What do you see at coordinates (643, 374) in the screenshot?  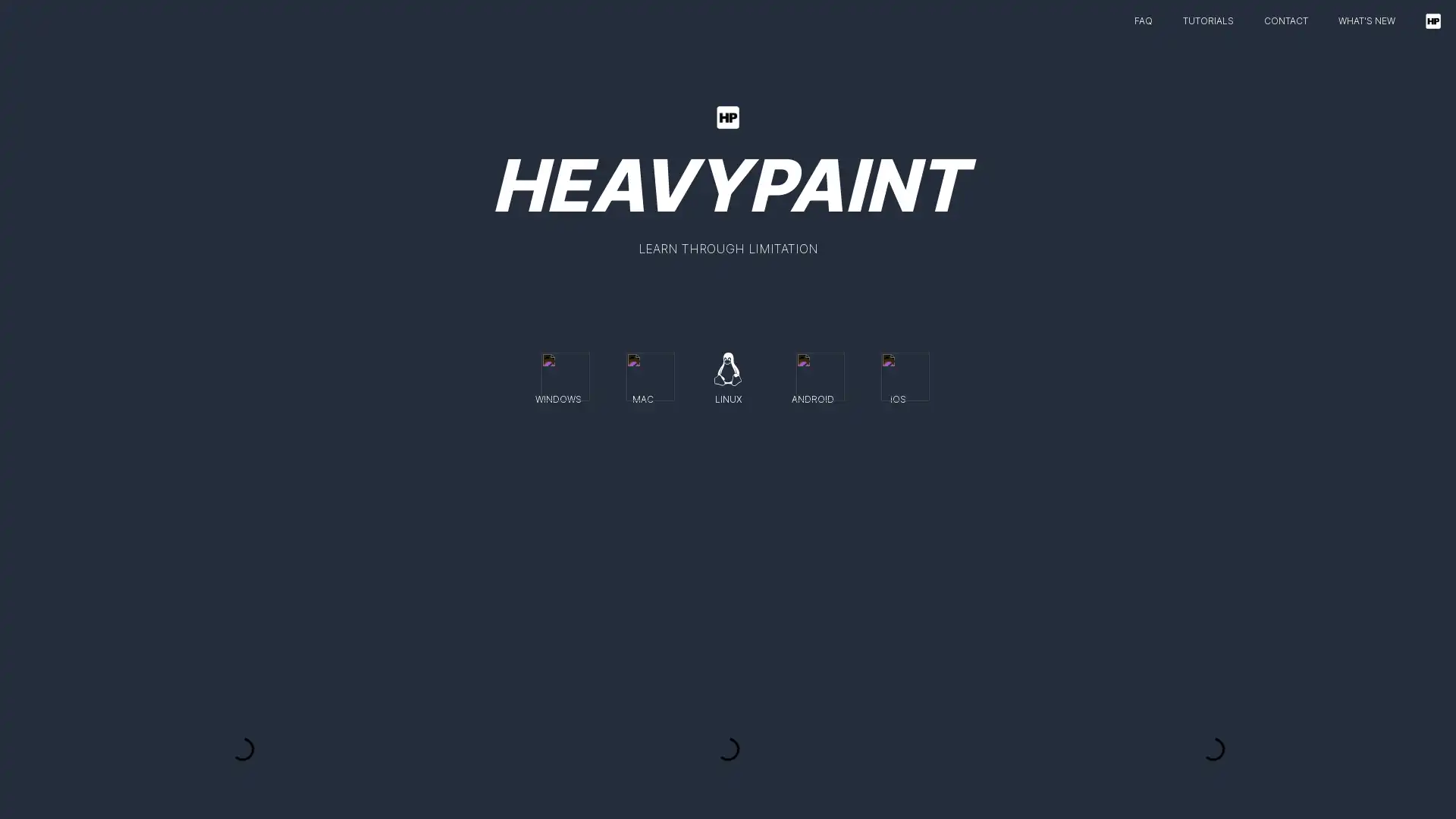 I see `MAC` at bounding box center [643, 374].